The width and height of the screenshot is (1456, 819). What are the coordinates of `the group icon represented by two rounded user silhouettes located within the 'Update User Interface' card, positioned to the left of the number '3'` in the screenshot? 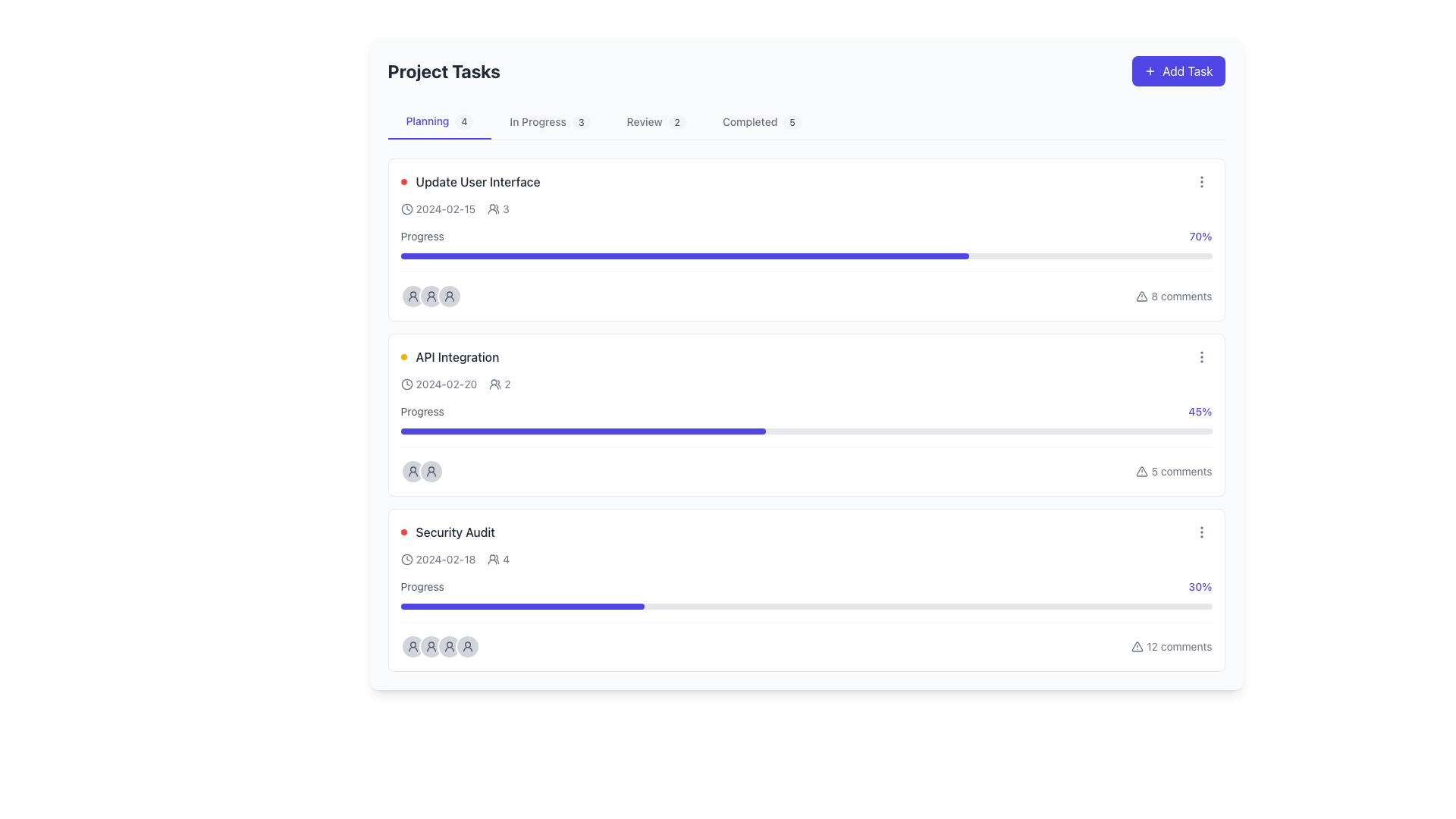 It's located at (494, 209).